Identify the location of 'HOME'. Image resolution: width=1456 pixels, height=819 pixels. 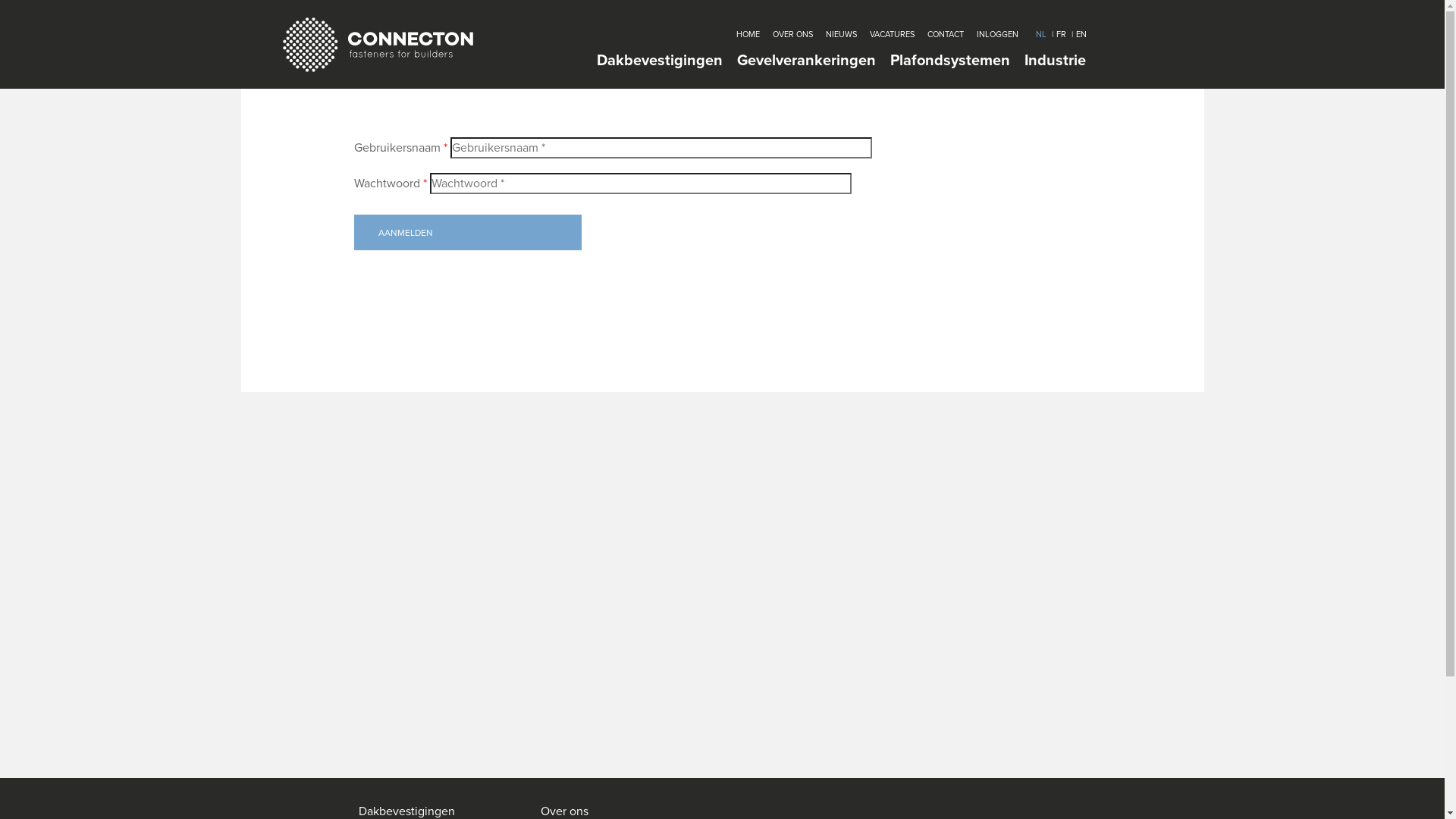
(747, 34).